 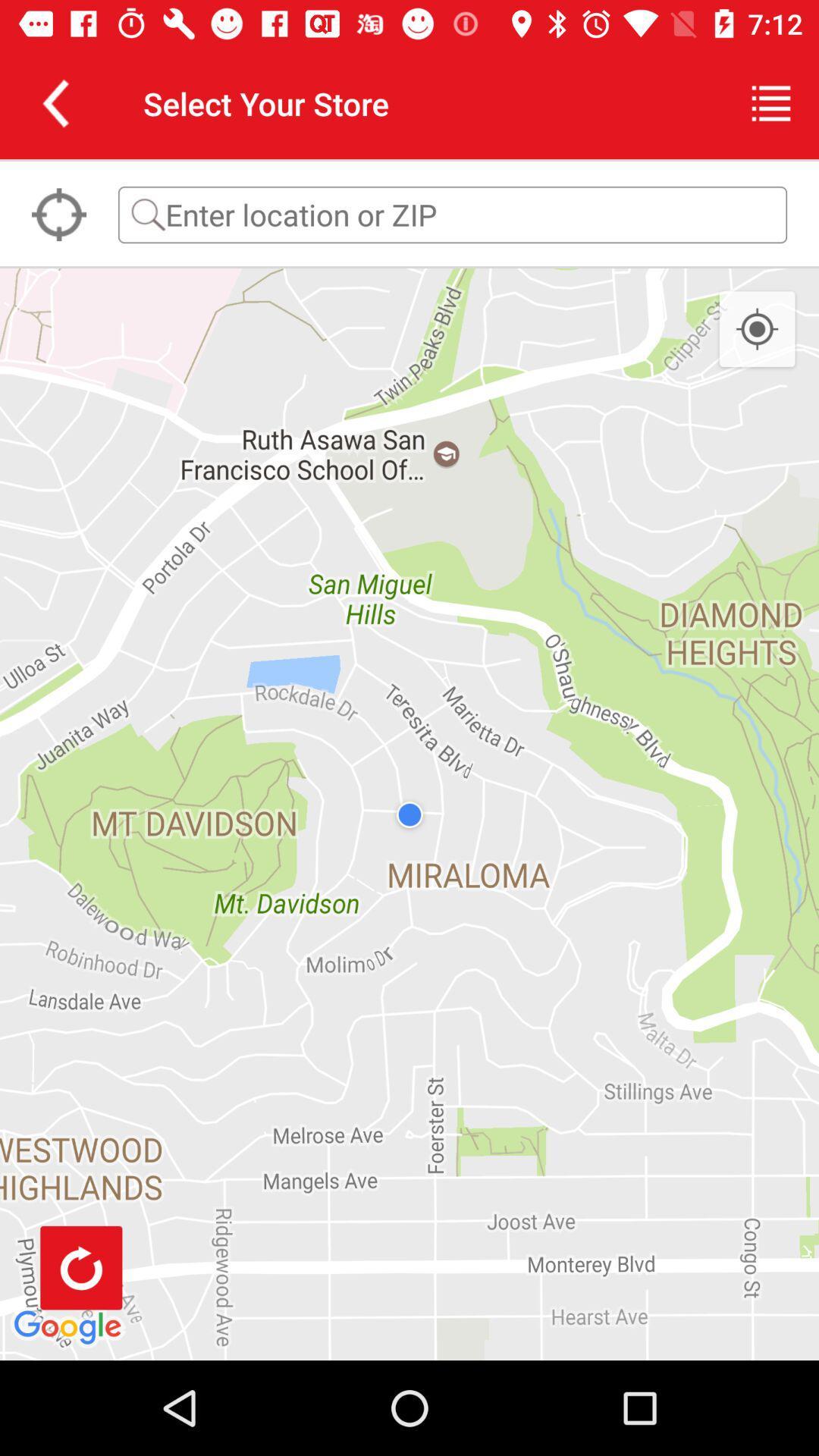 I want to click on the item to the left of the select your store icon, so click(x=55, y=102).